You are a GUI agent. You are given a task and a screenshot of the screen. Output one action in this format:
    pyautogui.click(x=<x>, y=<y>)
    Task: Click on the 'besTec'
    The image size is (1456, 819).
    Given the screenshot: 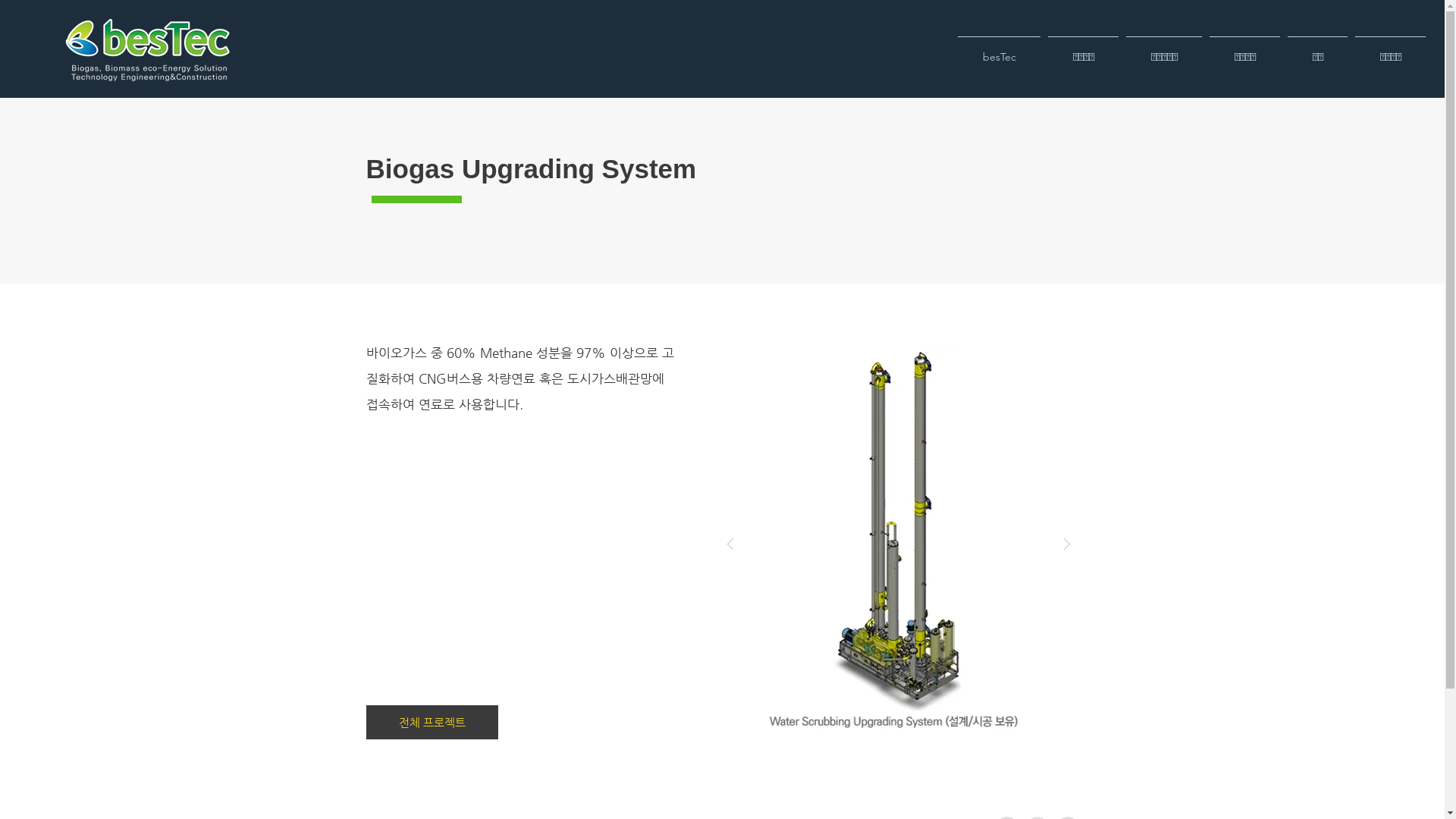 What is the action you would take?
    pyautogui.click(x=999, y=49)
    